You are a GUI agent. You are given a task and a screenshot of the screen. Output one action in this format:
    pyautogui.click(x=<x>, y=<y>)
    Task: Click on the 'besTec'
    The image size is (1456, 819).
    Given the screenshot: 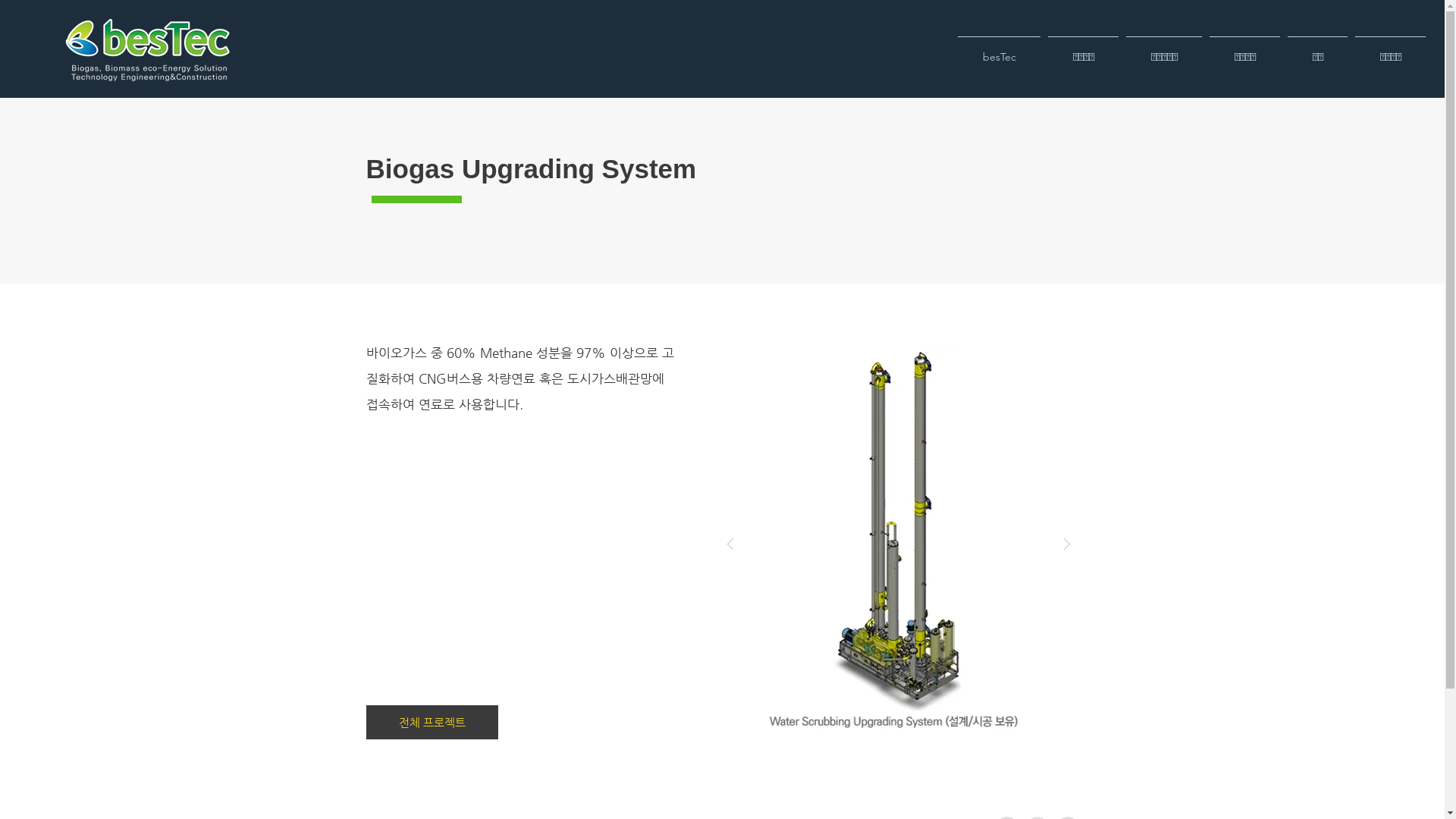 What is the action you would take?
    pyautogui.click(x=999, y=49)
    